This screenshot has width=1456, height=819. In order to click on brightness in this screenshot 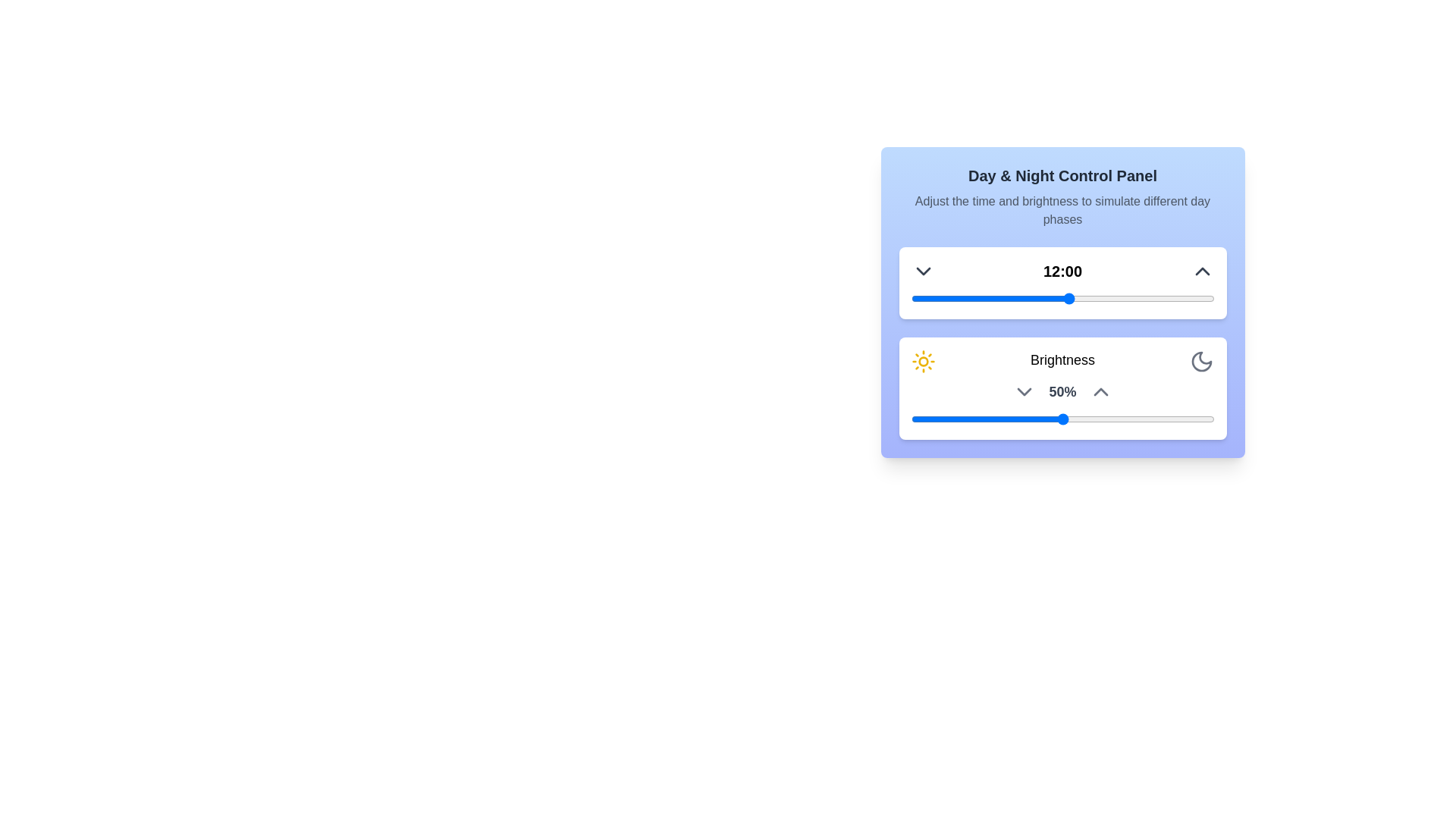, I will do `click(913, 419)`.